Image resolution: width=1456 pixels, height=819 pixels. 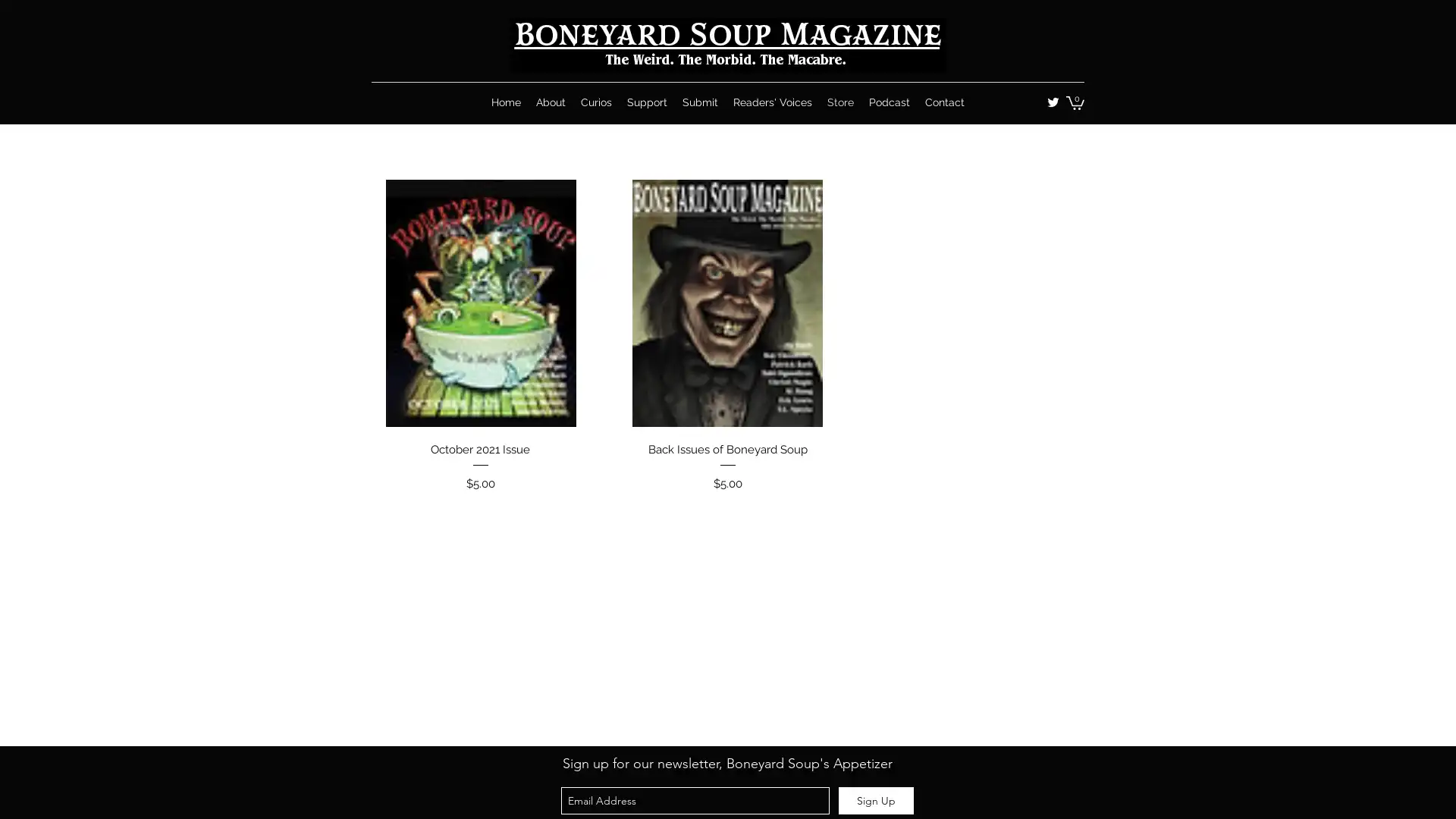 I want to click on Quick View, so click(x=726, y=444).